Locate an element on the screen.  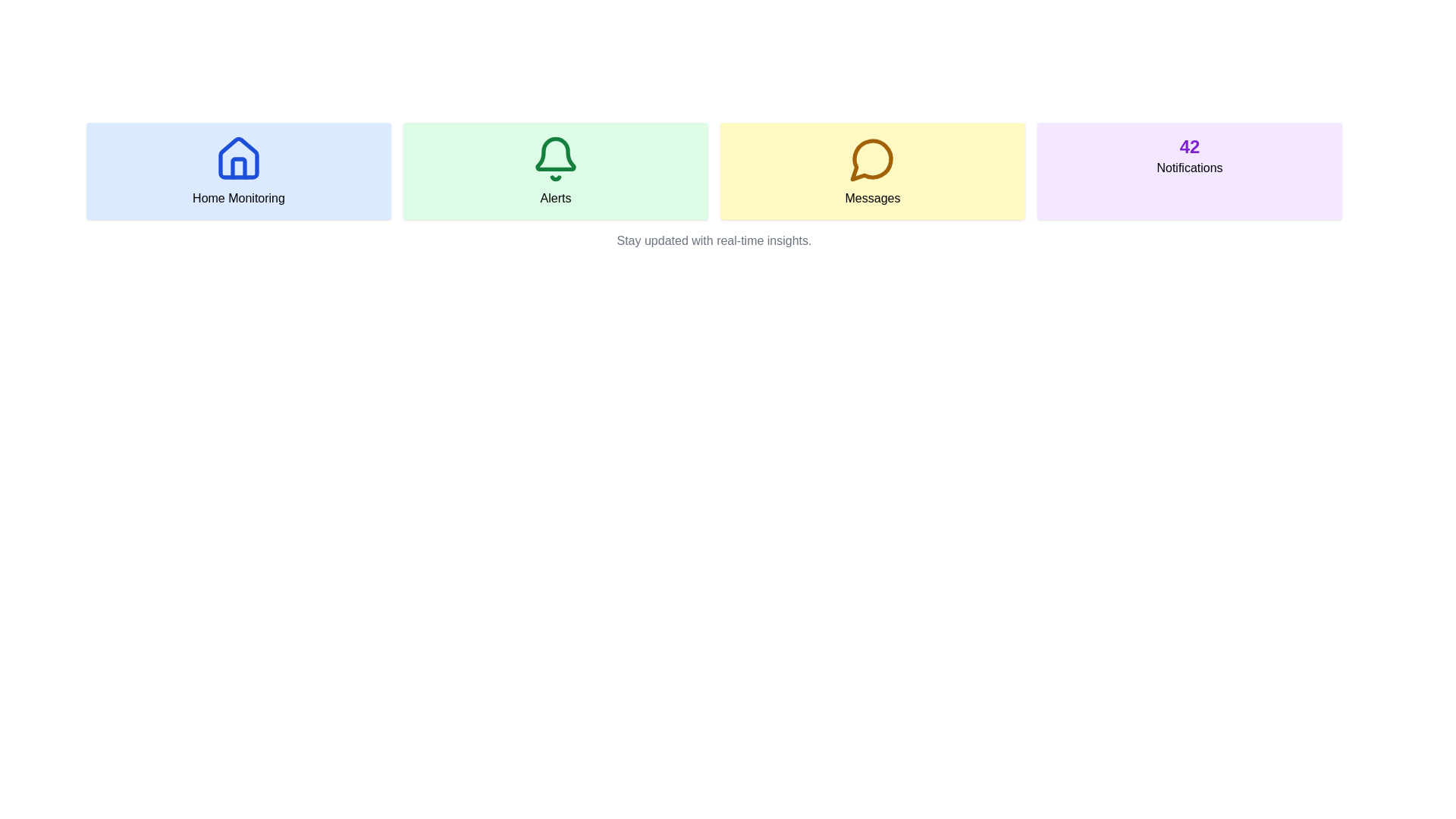
the upper half of the bell-shaped notification icon in the Alerts section, which is styled with thin lines and no fill is located at coordinates (555, 154).